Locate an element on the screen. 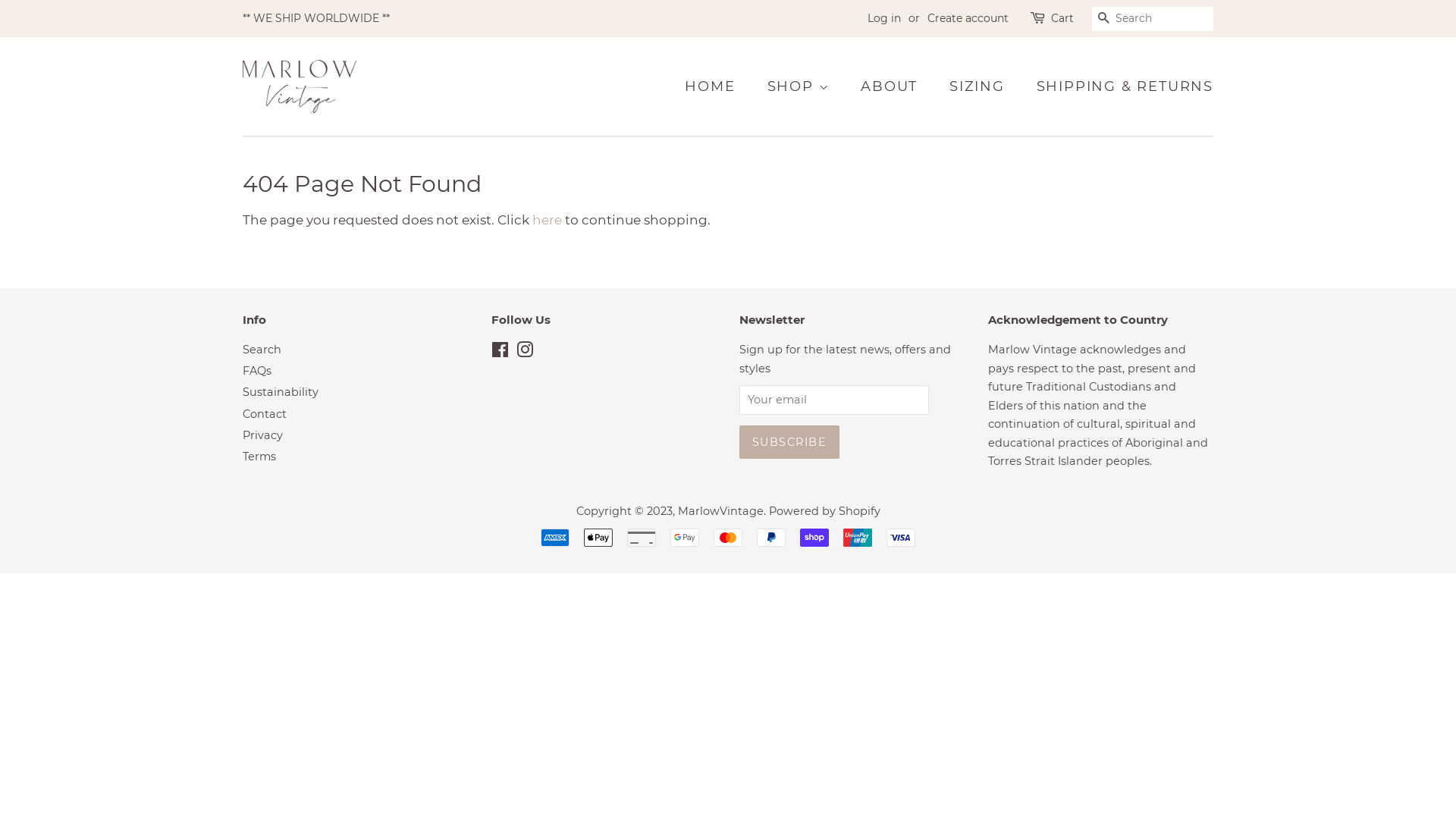 This screenshot has width=1456, height=819. 'SHIPPING & RETURNS' is located at coordinates (1025, 86).